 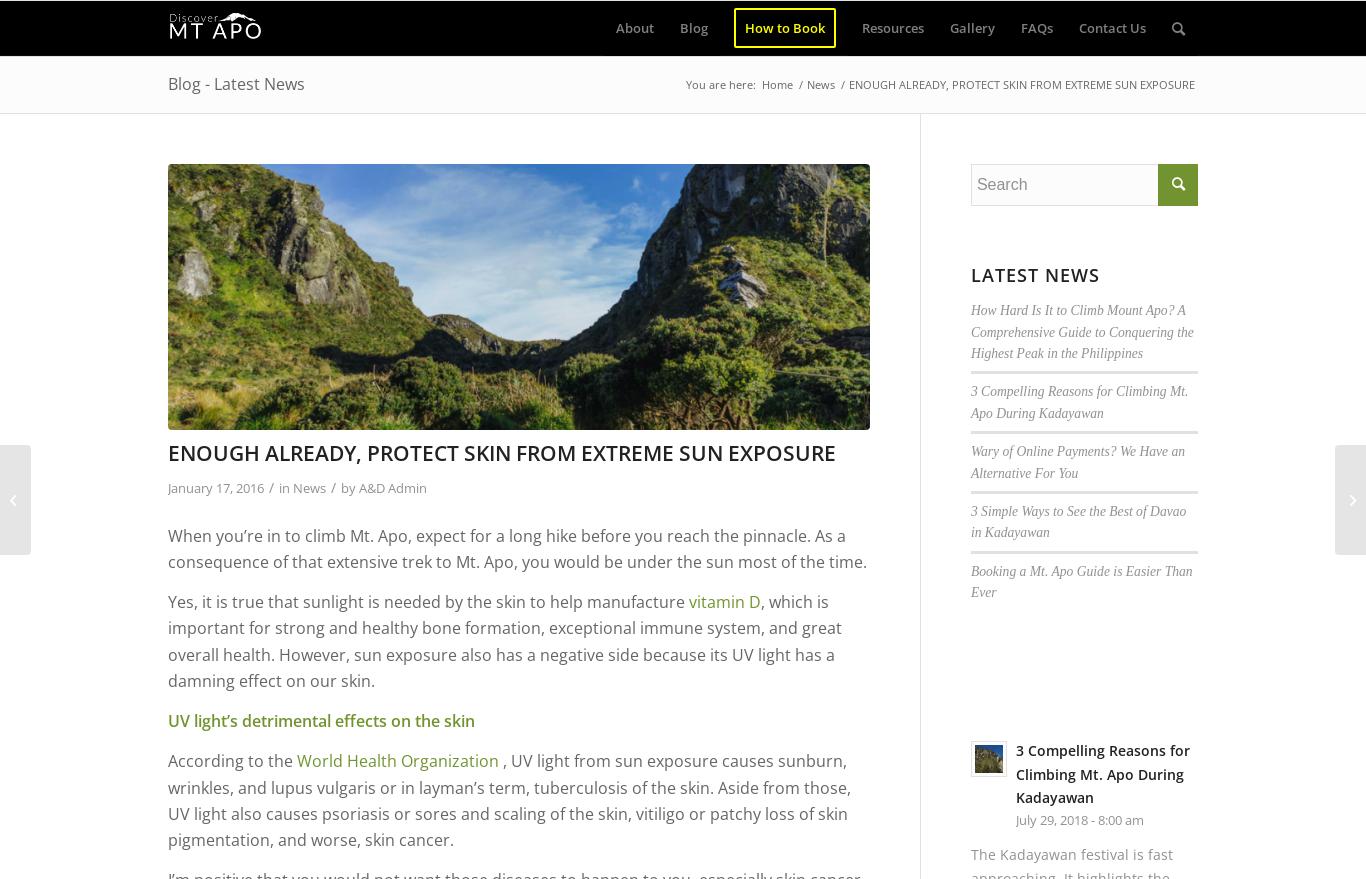 I want to click on 'According to the', so click(x=232, y=761).